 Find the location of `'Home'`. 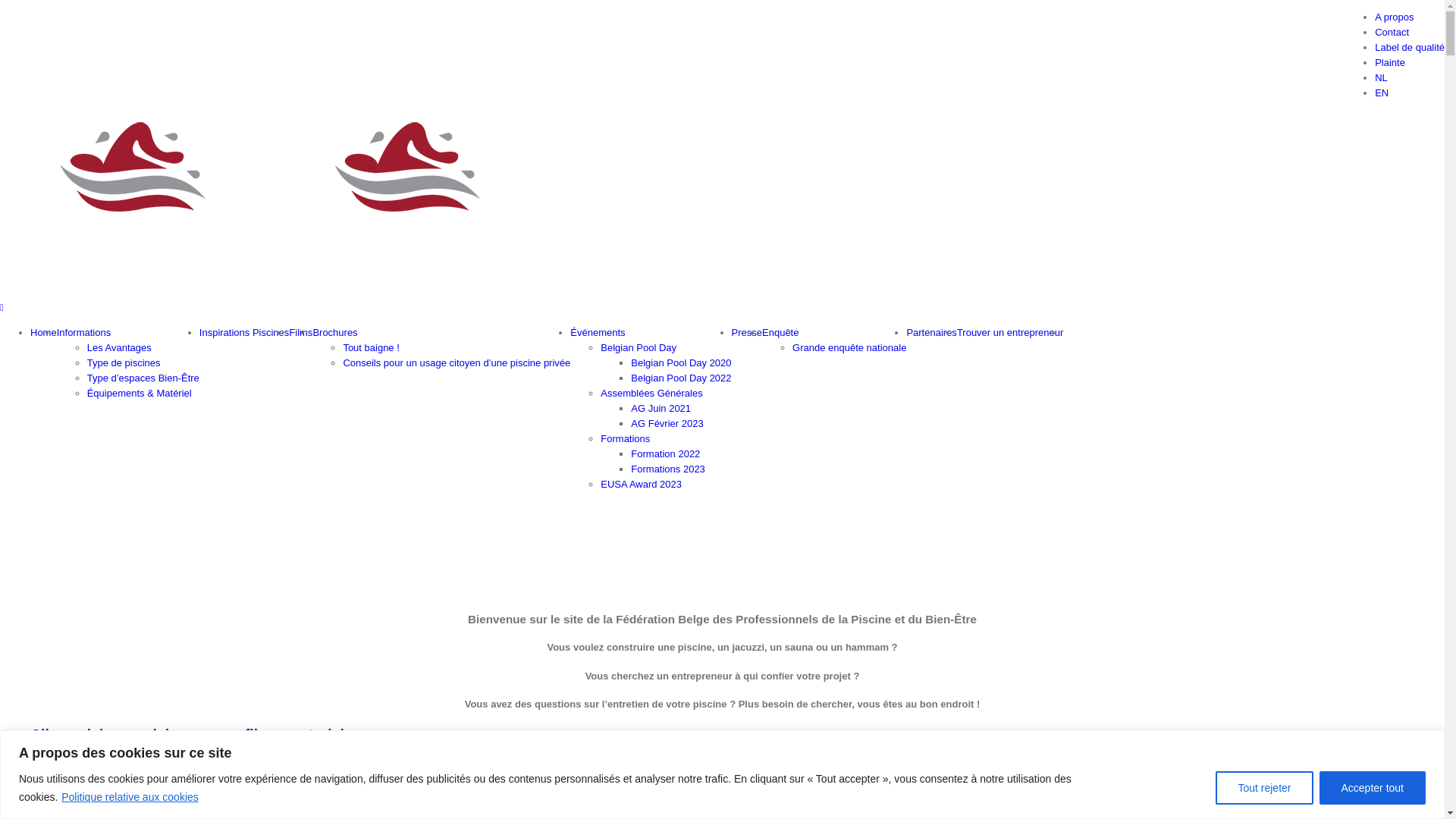

'Home' is located at coordinates (43, 331).